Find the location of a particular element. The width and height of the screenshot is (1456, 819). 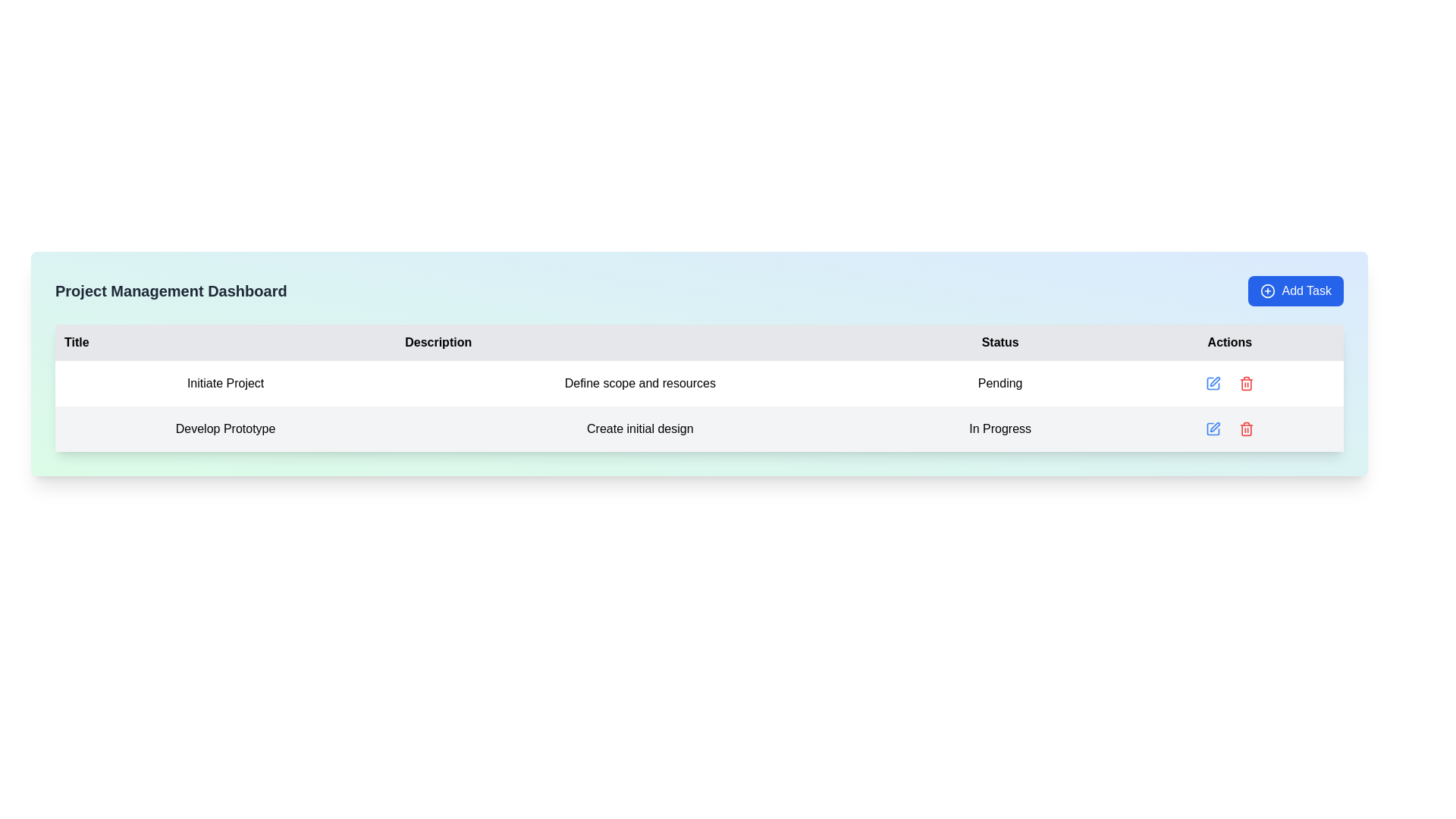

the delete icon button located in the 'Actions' section of the first row of the table, positioned to the right of the blue pen icon is located at coordinates (1246, 382).